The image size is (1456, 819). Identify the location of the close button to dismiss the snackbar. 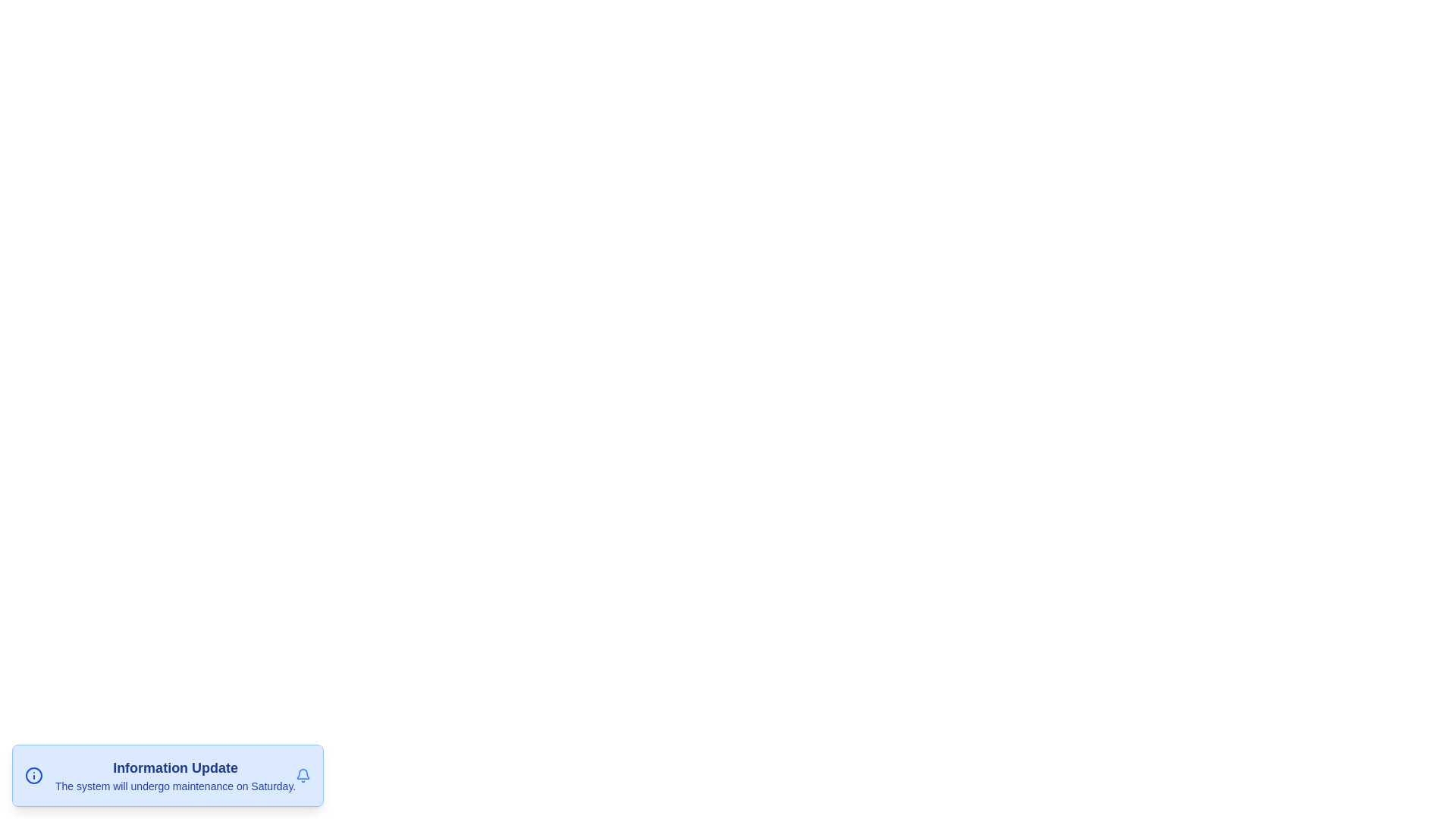
(303, 775).